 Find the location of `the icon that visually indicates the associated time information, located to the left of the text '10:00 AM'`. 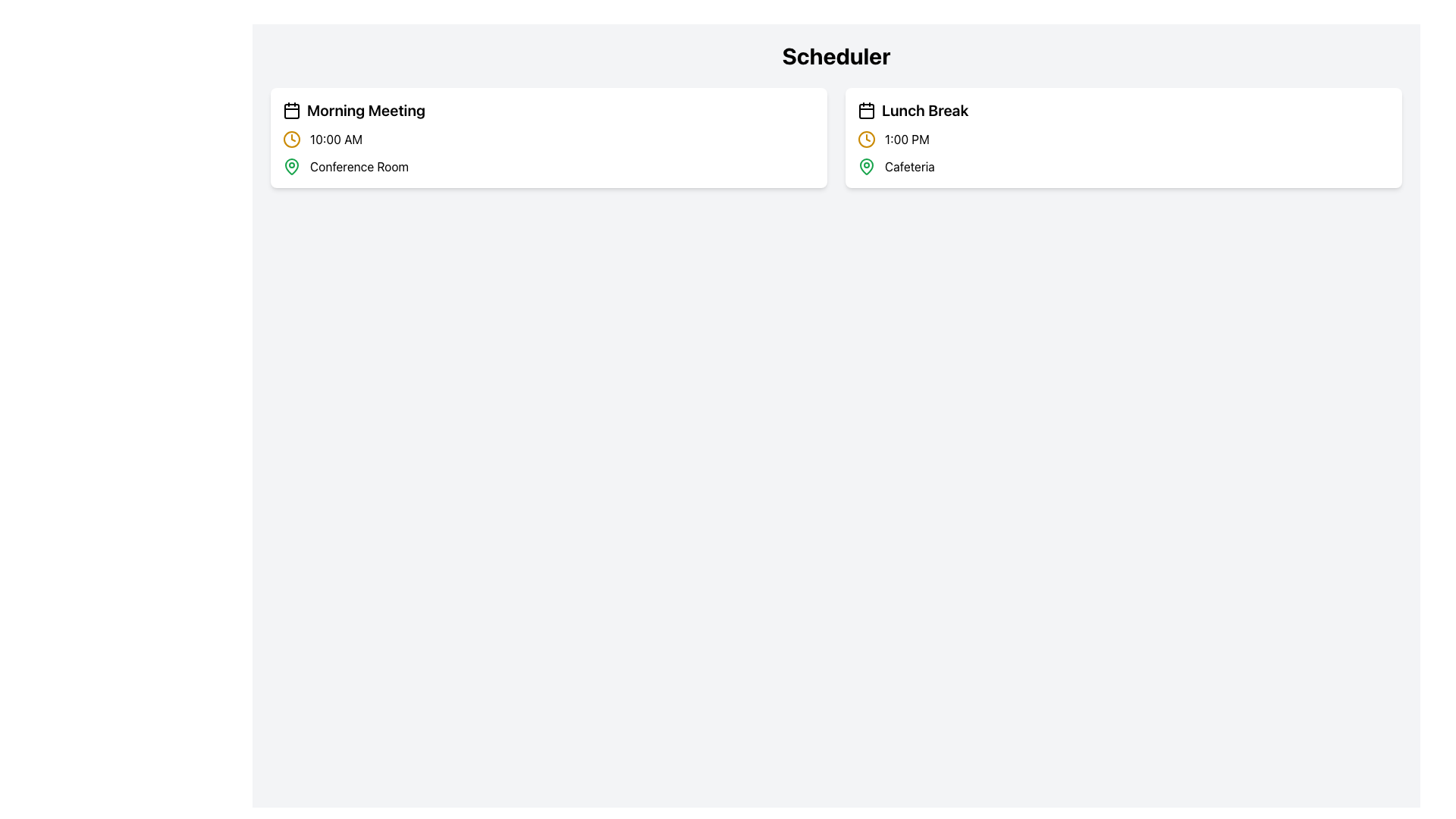

the icon that visually indicates the associated time information, located to the left of the text '10:00 AM' is located at coordinates (291, 140).